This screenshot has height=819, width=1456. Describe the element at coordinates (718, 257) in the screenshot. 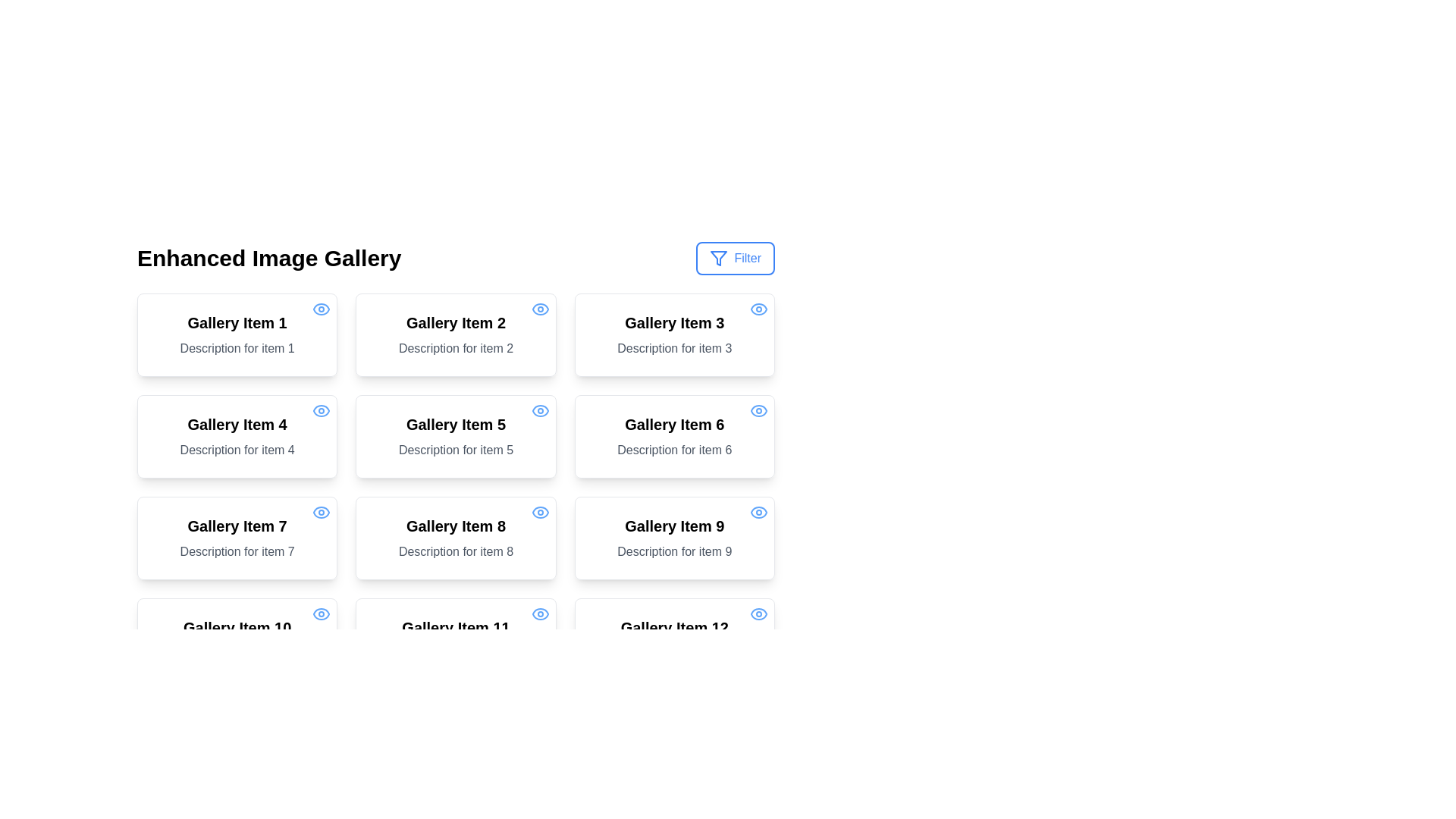

I see `the geometric icon shaped like an inverted triangle in the filter button to potentially reveal a tooltip` at that location.